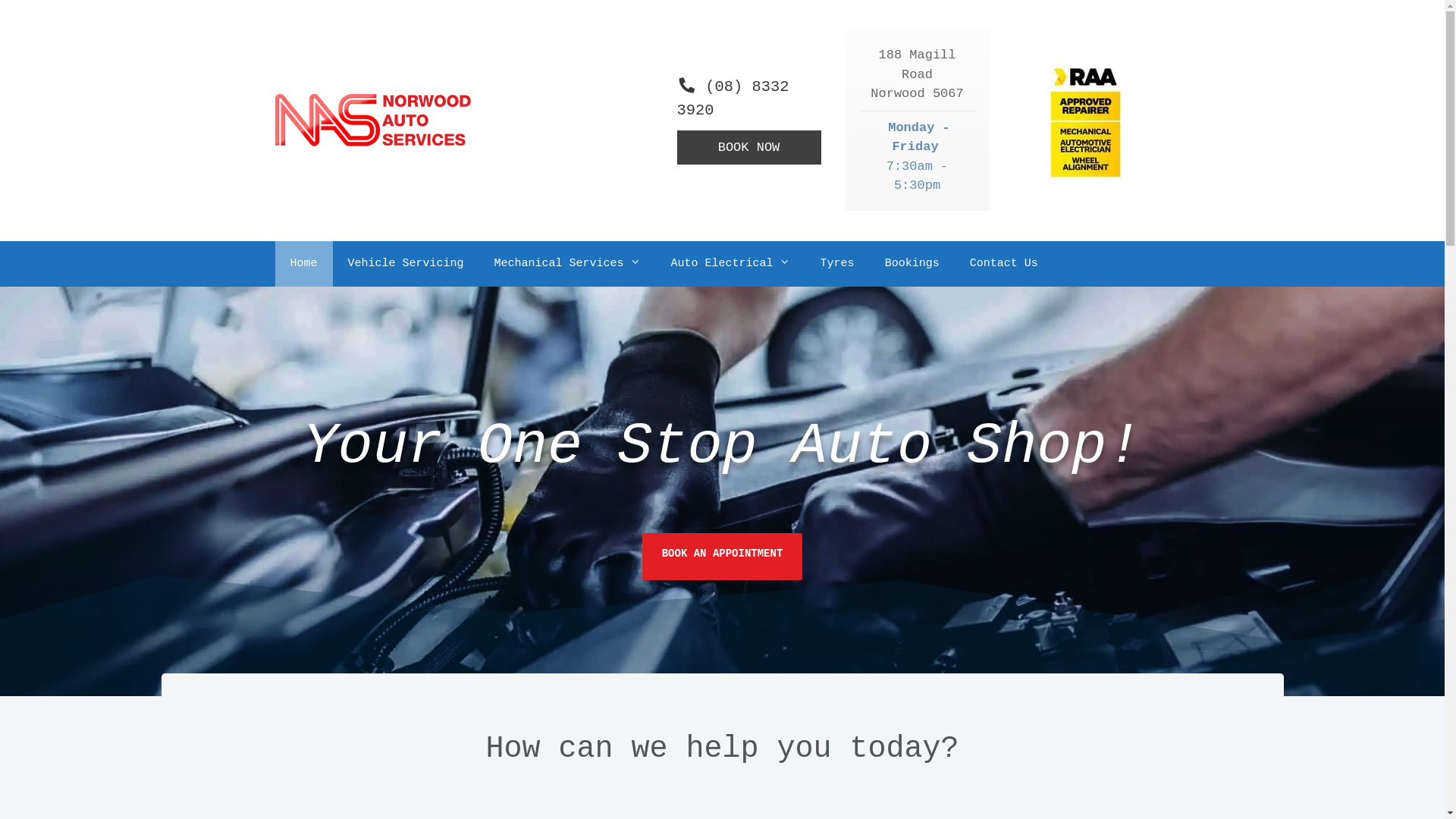 This screenshot has width=1456, height=819. Describe the element at coordinates (566, 262) in the screenshot. I see `'Mechanical Services'` at that location.